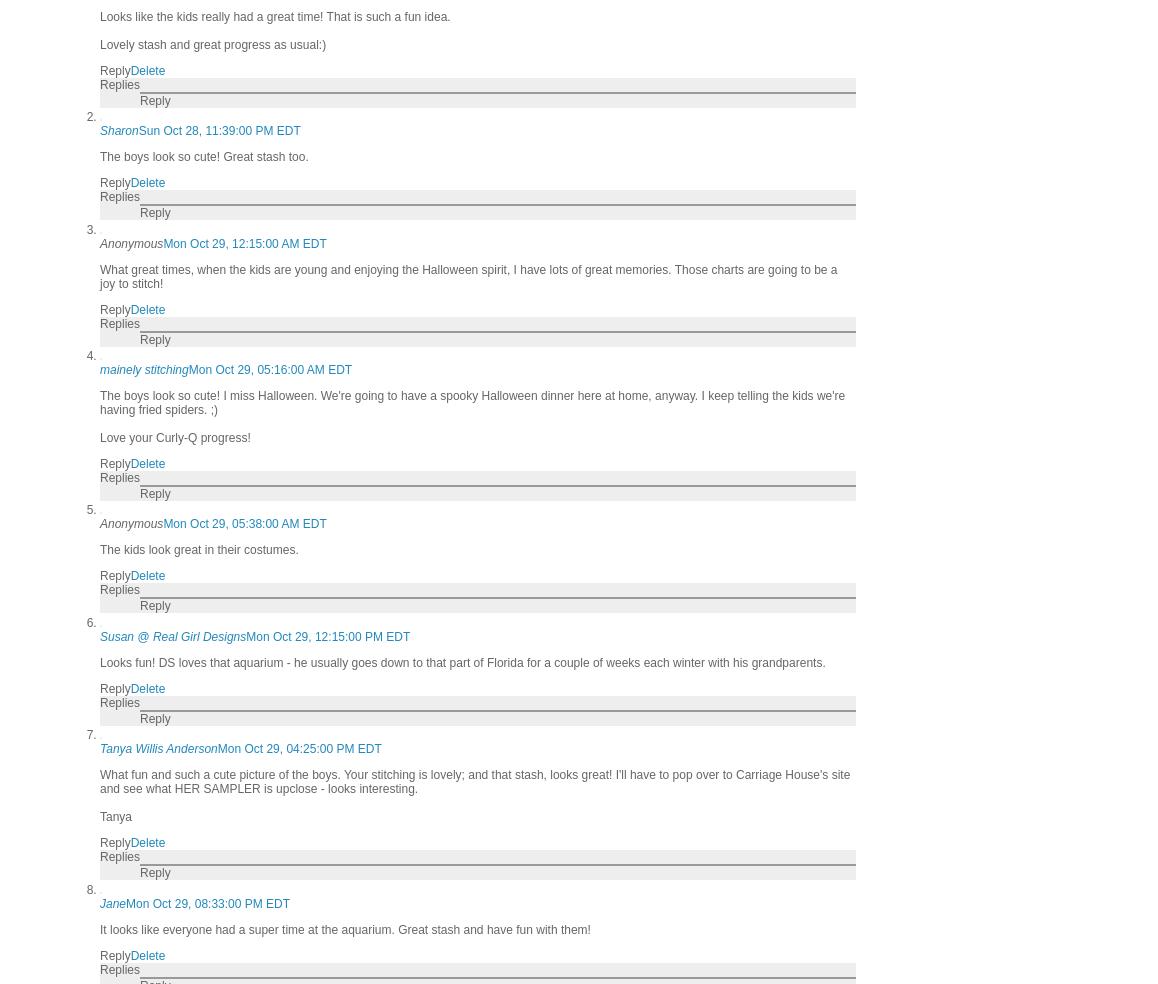  I want to click on 'Mon Oct 29, 04:25:00 PM EDT', so click(298, 748).